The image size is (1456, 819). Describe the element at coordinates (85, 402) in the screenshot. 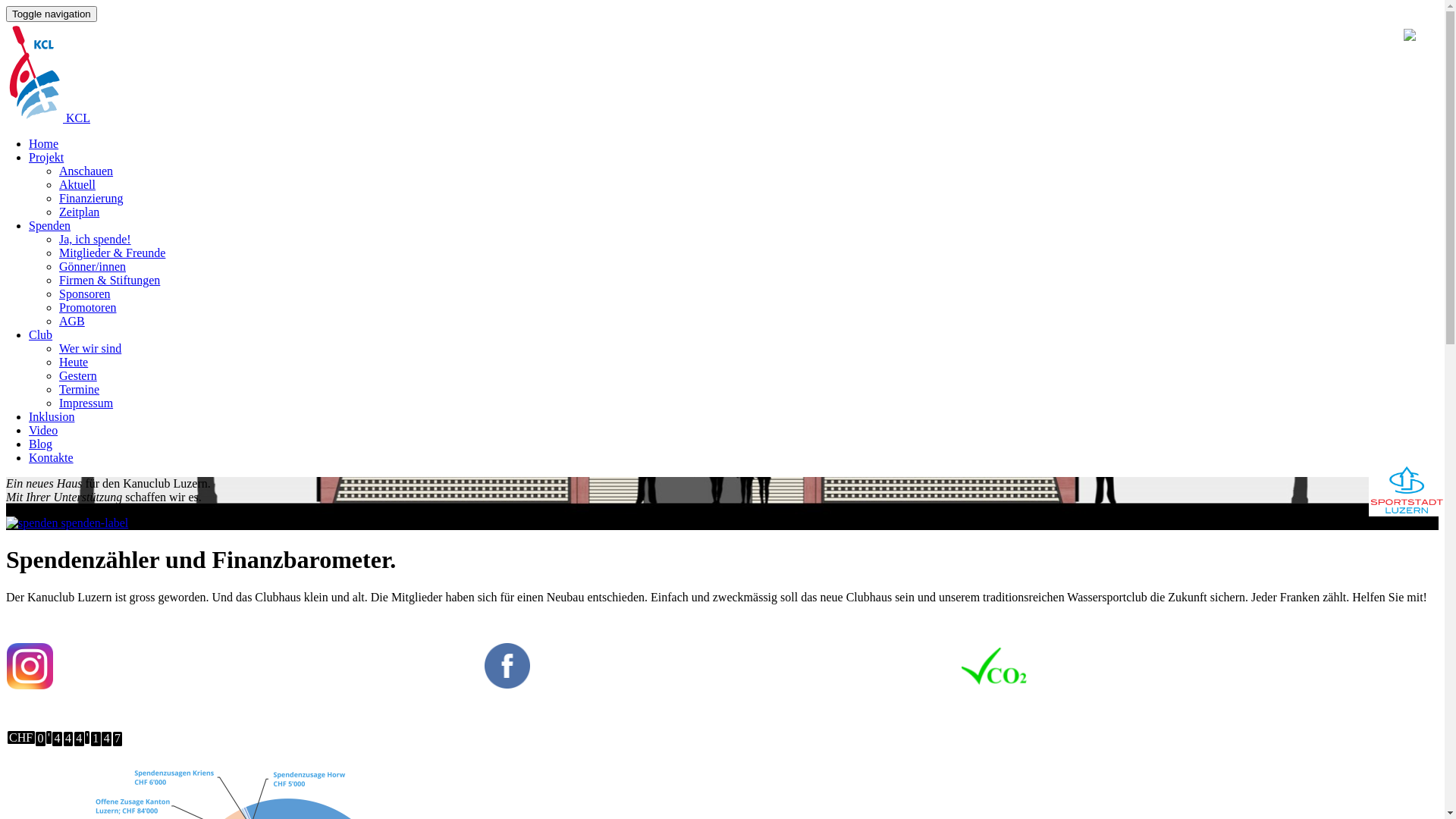

I see `'Impressum'` at that location.